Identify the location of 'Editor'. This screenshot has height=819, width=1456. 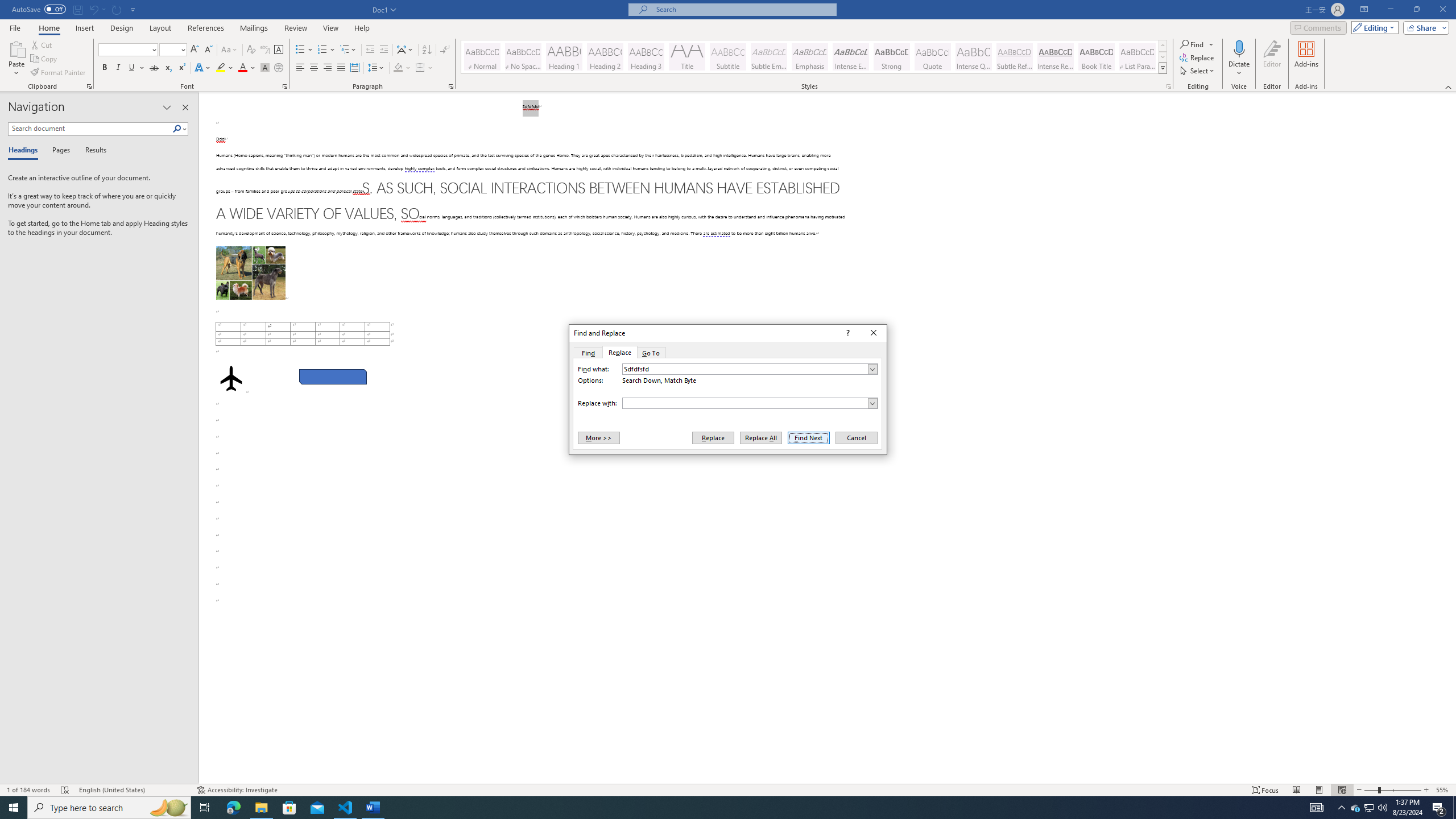
(1272, 59).